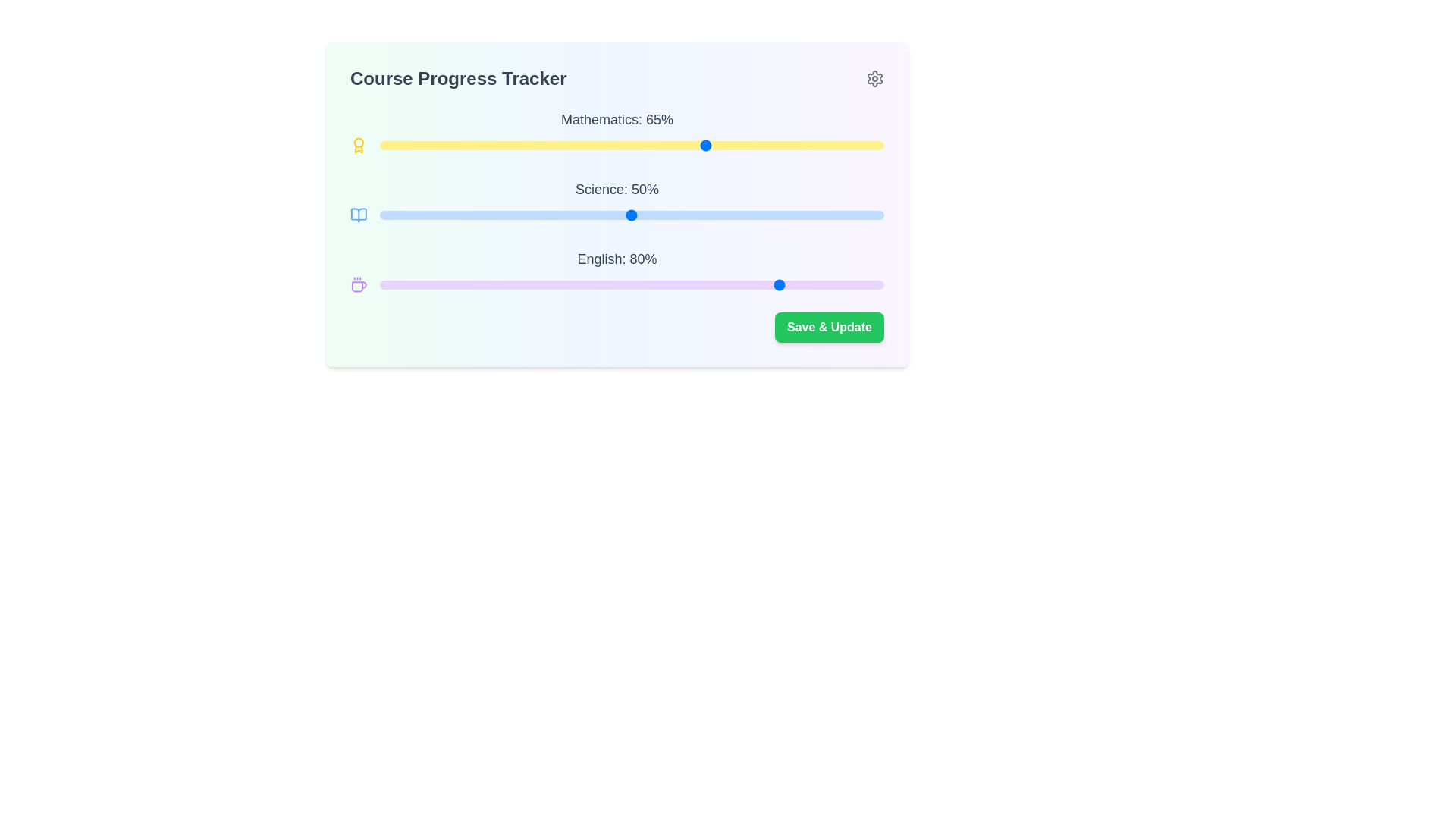 This screenshot has height=819, width=1456. What do you see at coordinates (617, 189) in the screenshot?
I see `the text label displaying 'Science: 50%' which is prominently positioned in the center of its allocated space, aligned with a progress bar and small icon` at bounding box center [617, 189].